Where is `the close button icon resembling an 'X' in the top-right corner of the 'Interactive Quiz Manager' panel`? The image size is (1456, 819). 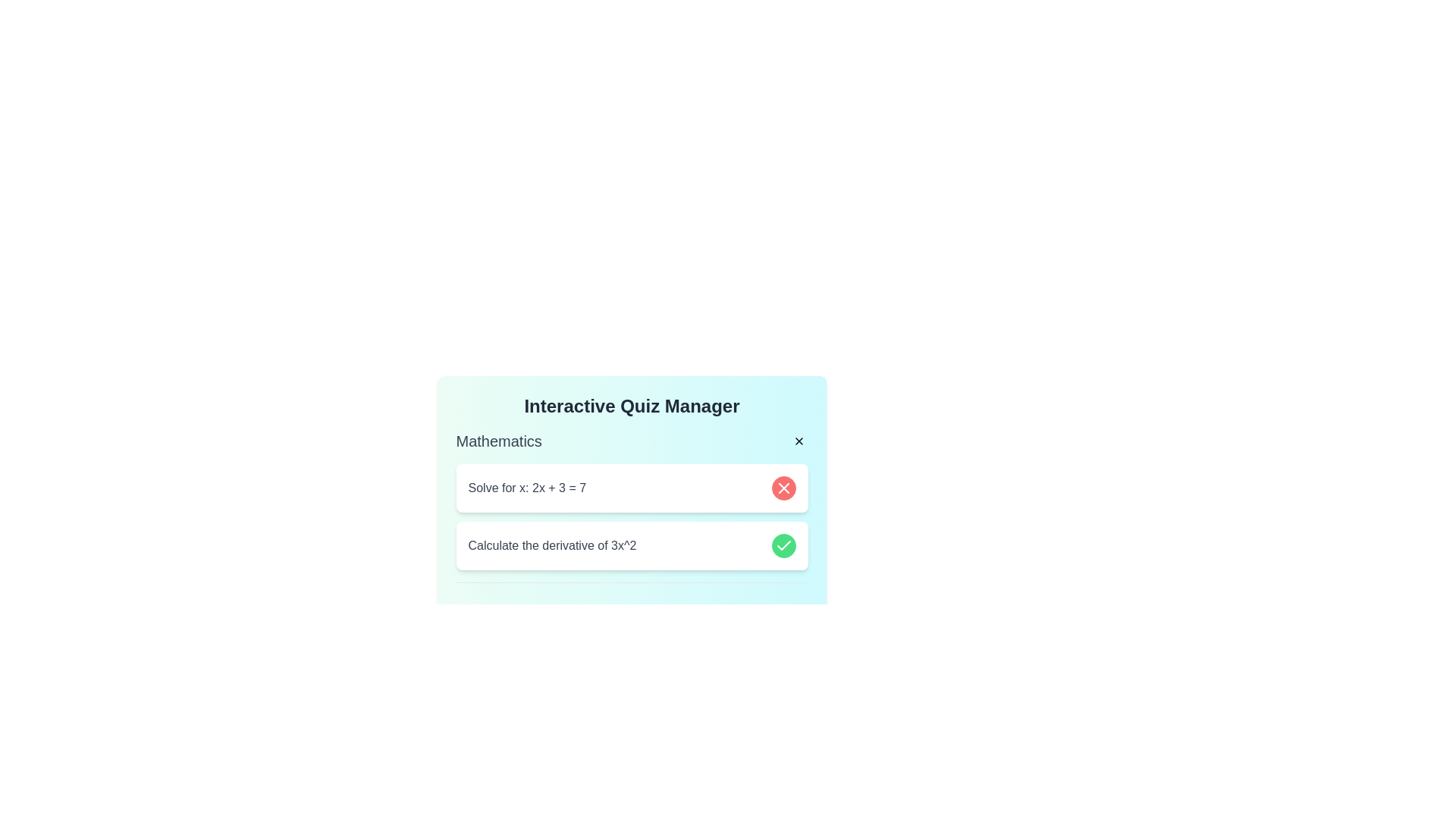 the close button icon resembling an 'X' in the top-right corner of the 'Interactive Quiz Manager' panel is located at coordinates (798, 441).